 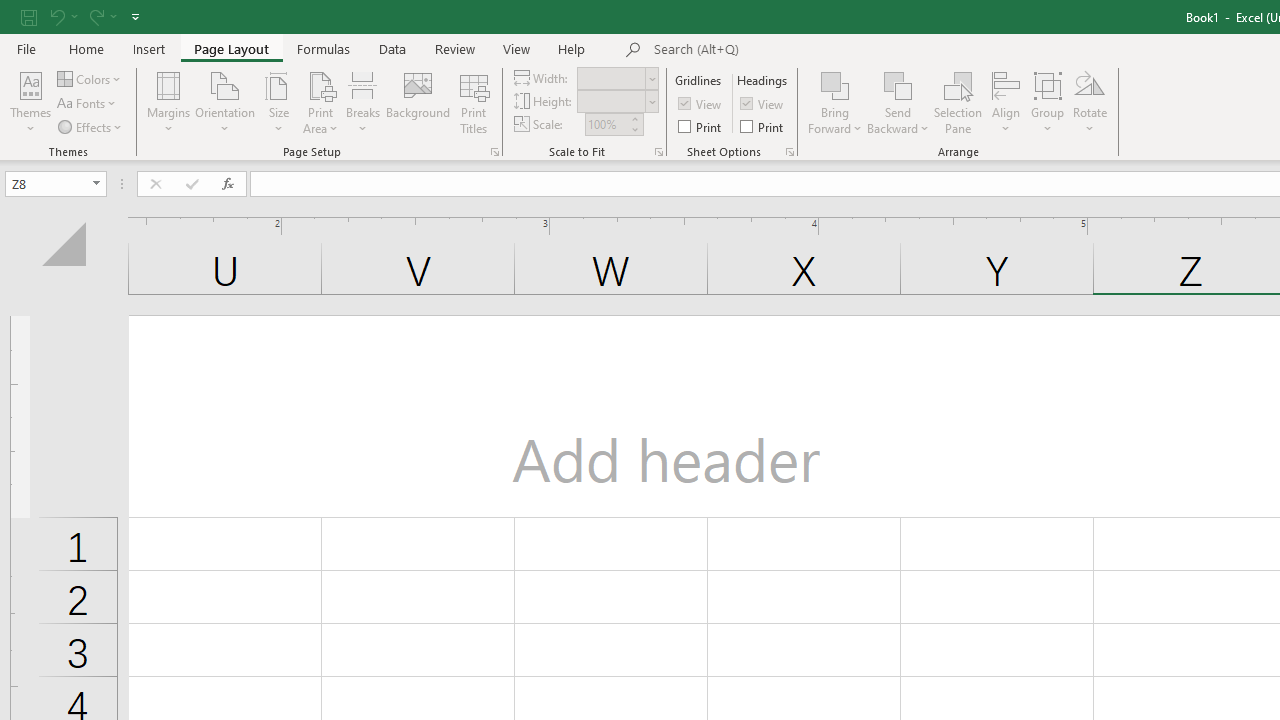 I want to click on 'Breaks', so click(x=362, y=103).